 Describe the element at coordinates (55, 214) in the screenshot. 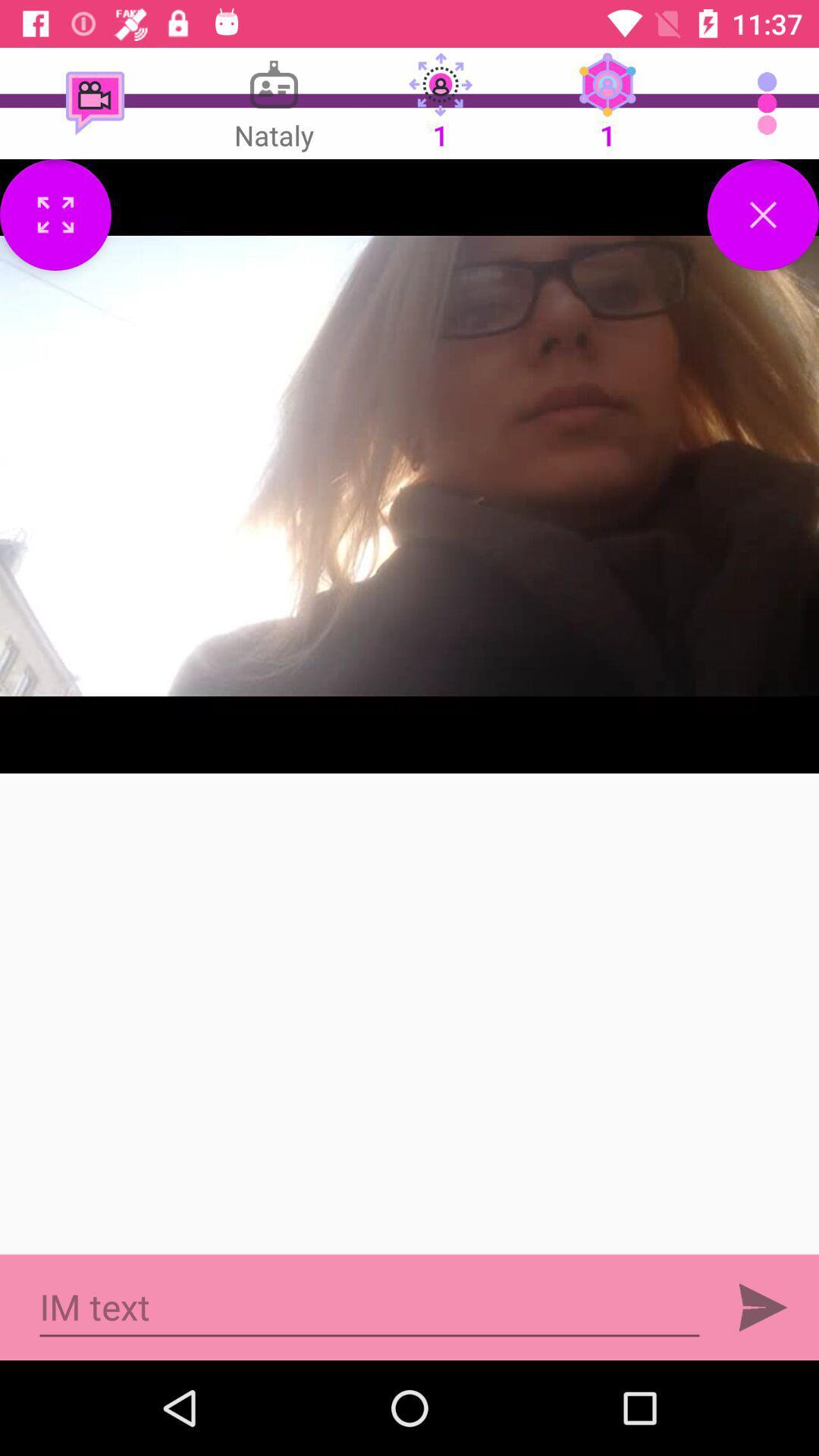

I see `open on full screen` at that location.